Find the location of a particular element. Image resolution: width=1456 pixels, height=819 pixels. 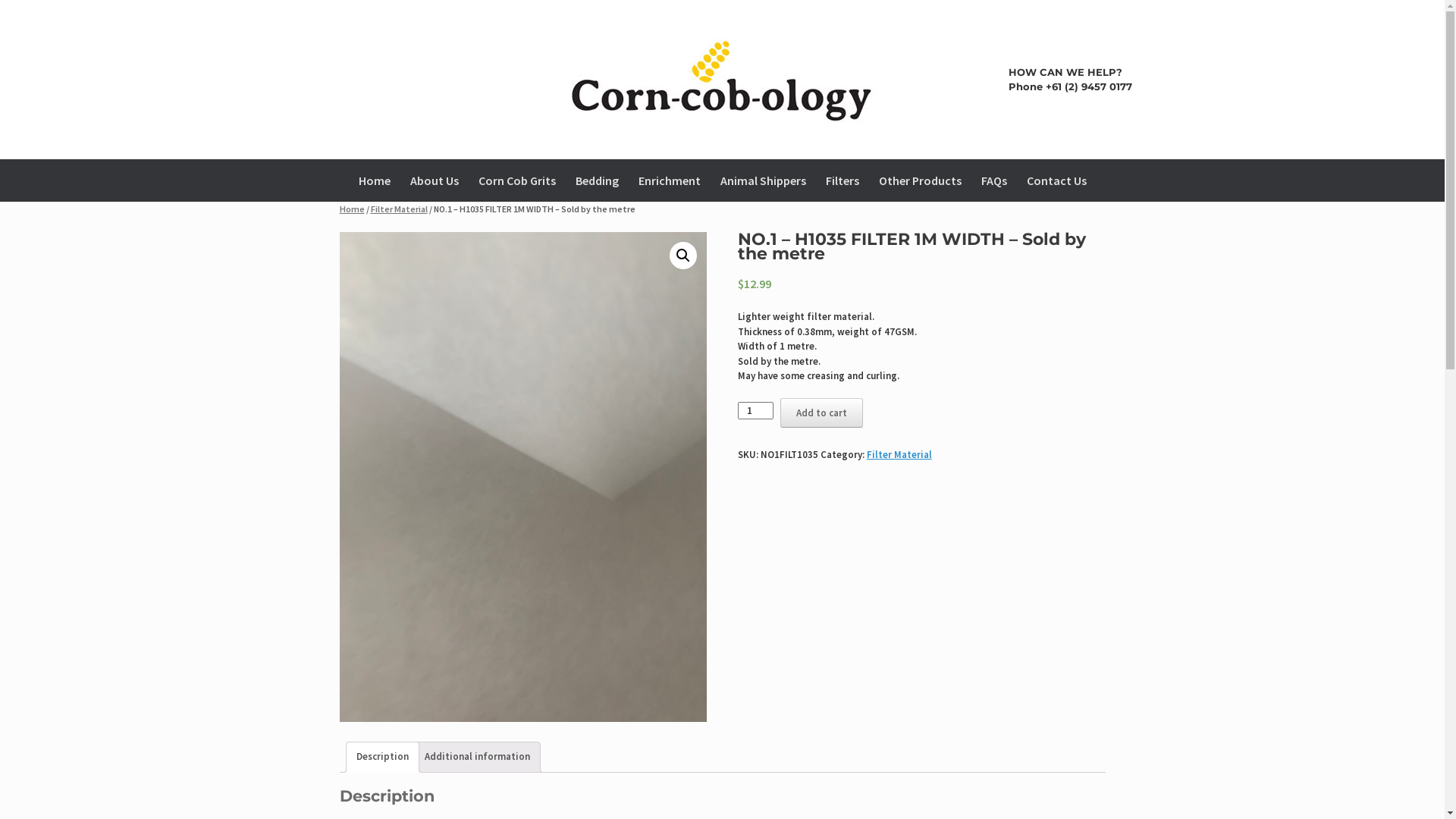

'Enrichment' is located at coordinates (668, 180).